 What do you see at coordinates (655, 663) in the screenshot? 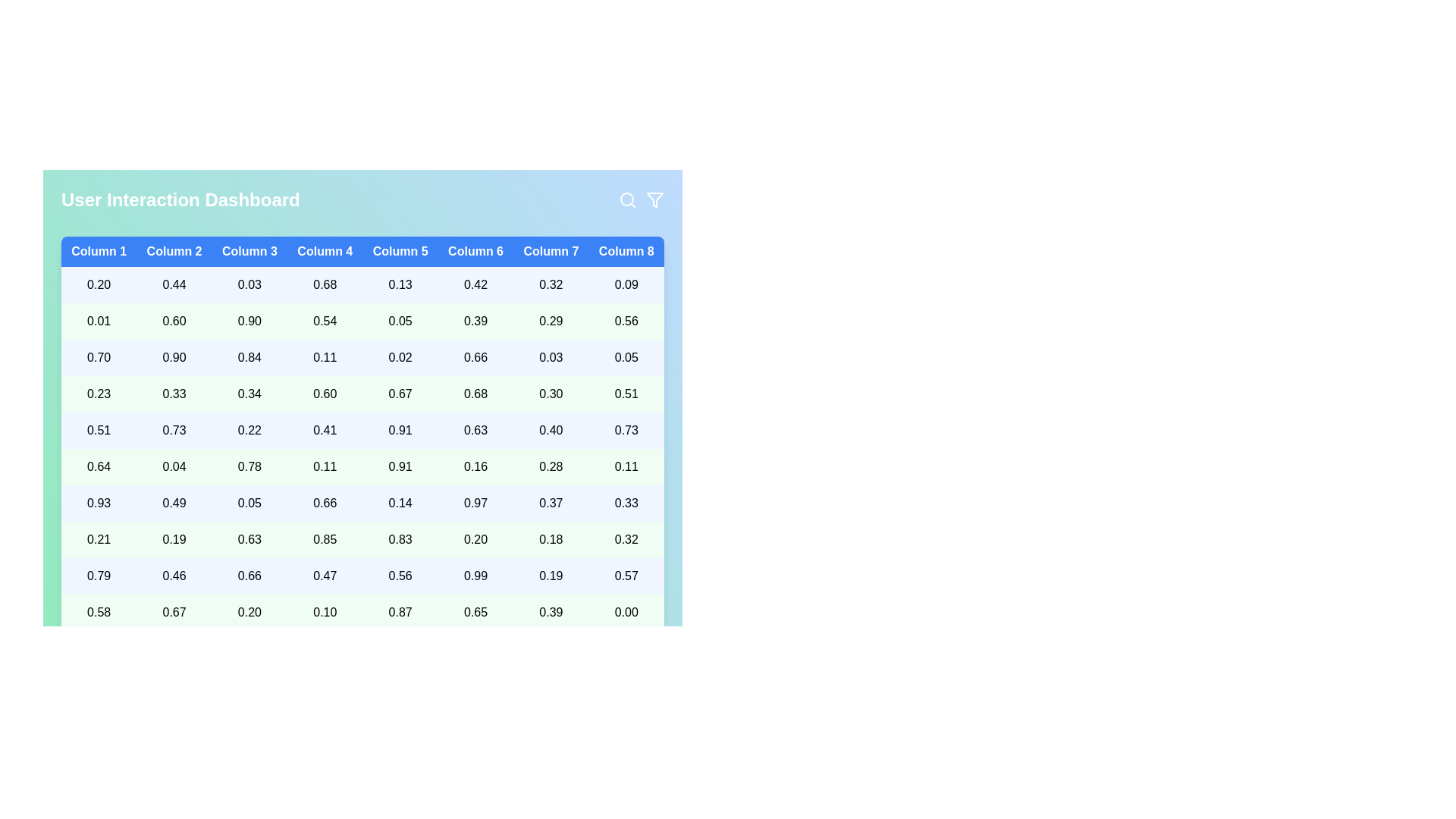
I see `the ChevronDown icon in the footer to trigger its associated action` at bounding box center [655, 663].